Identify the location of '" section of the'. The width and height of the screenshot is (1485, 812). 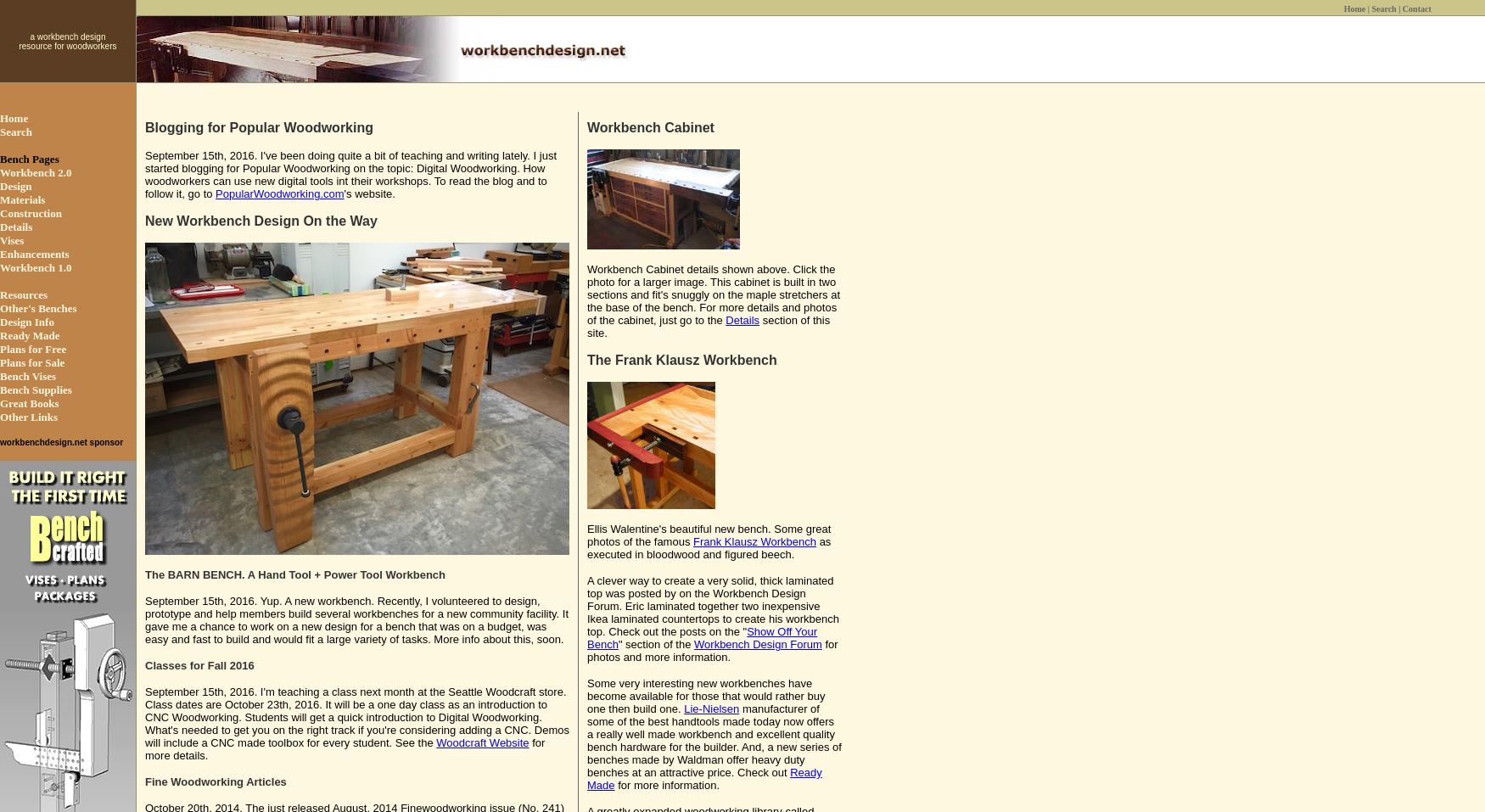
(654, 644).